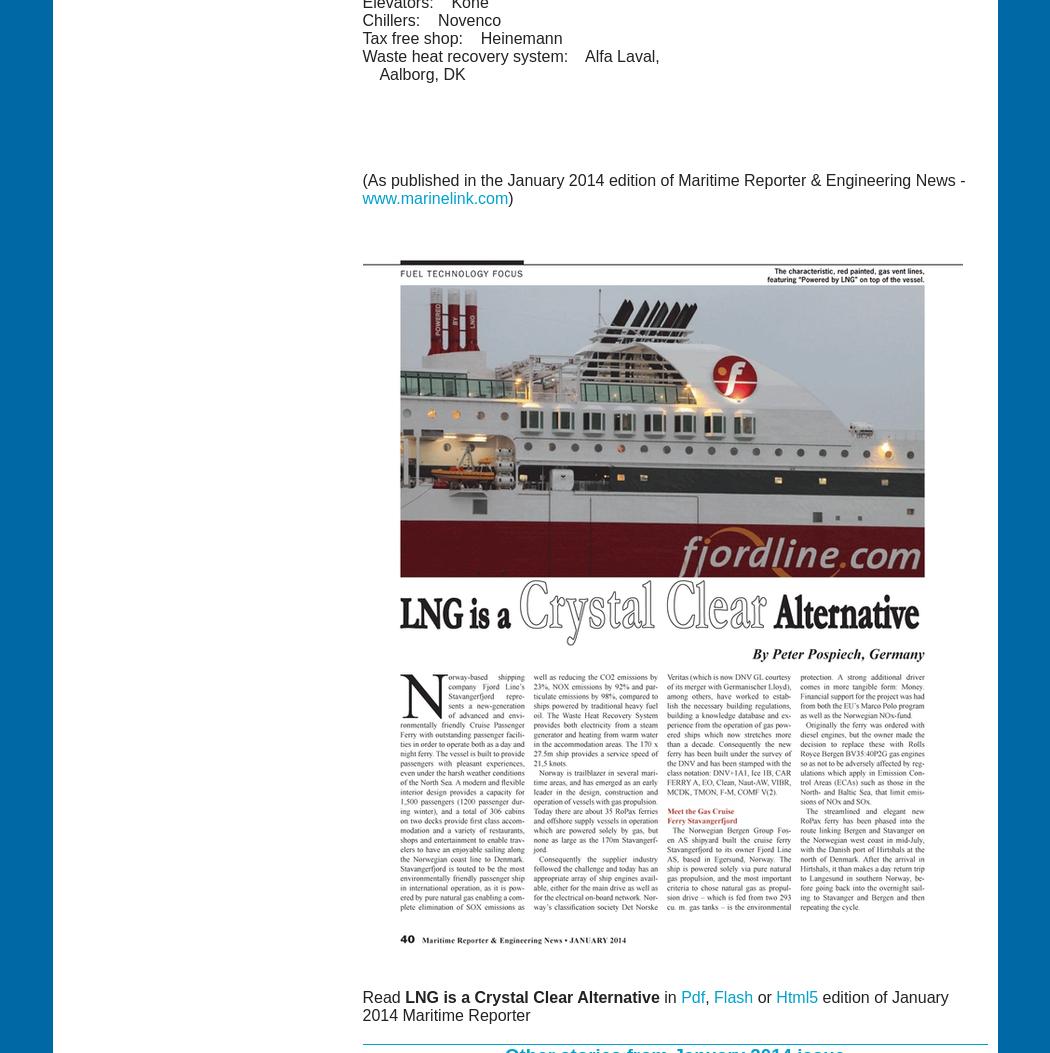 This screenshot has width=1050, height=1053. What do you see at coordinates (669, 996) in the screenshot?
I see `'in'` at bounding box center [669, 996].